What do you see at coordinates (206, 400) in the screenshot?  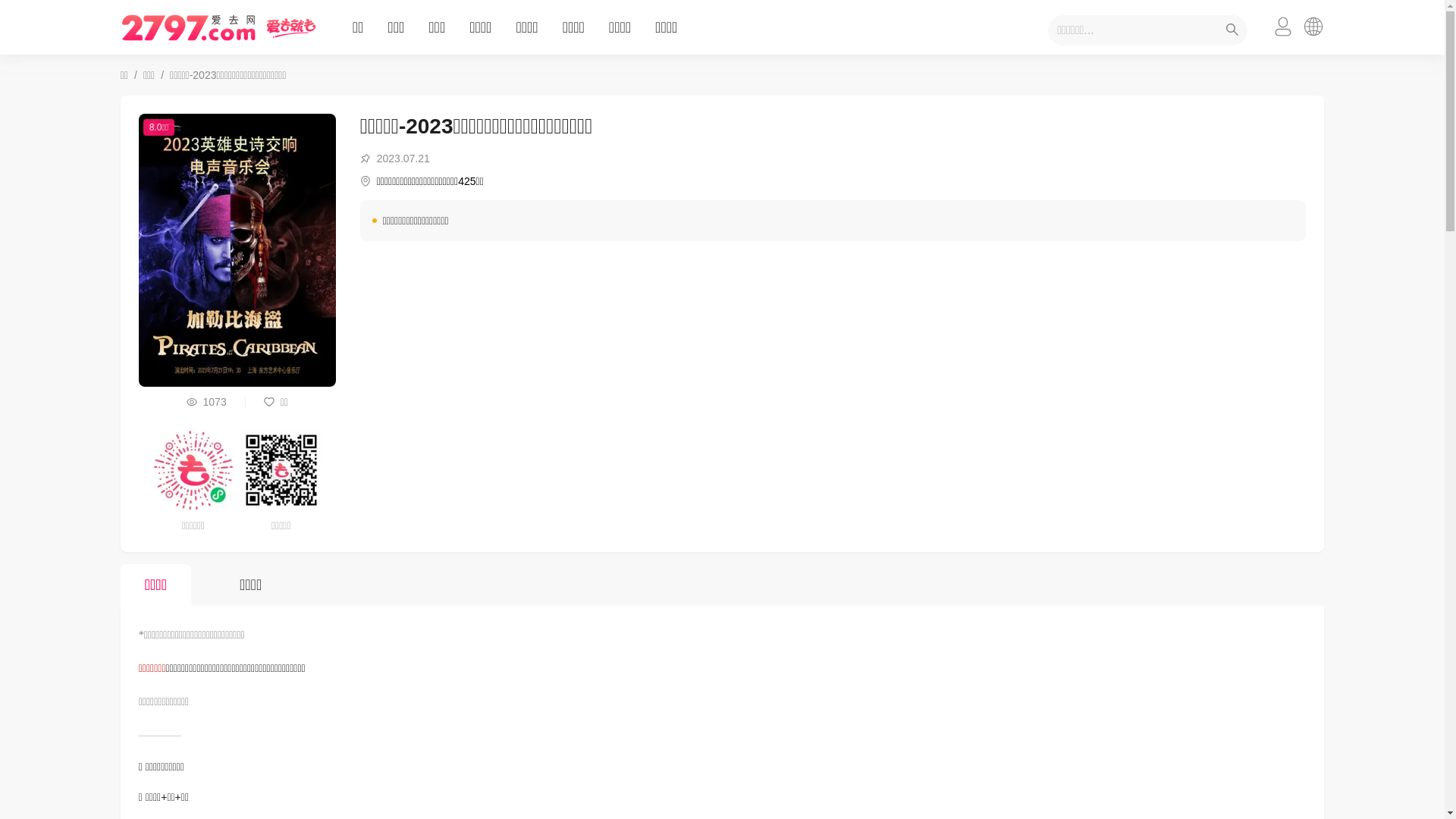 I see `'1073'` at bounding box center [206, 400].